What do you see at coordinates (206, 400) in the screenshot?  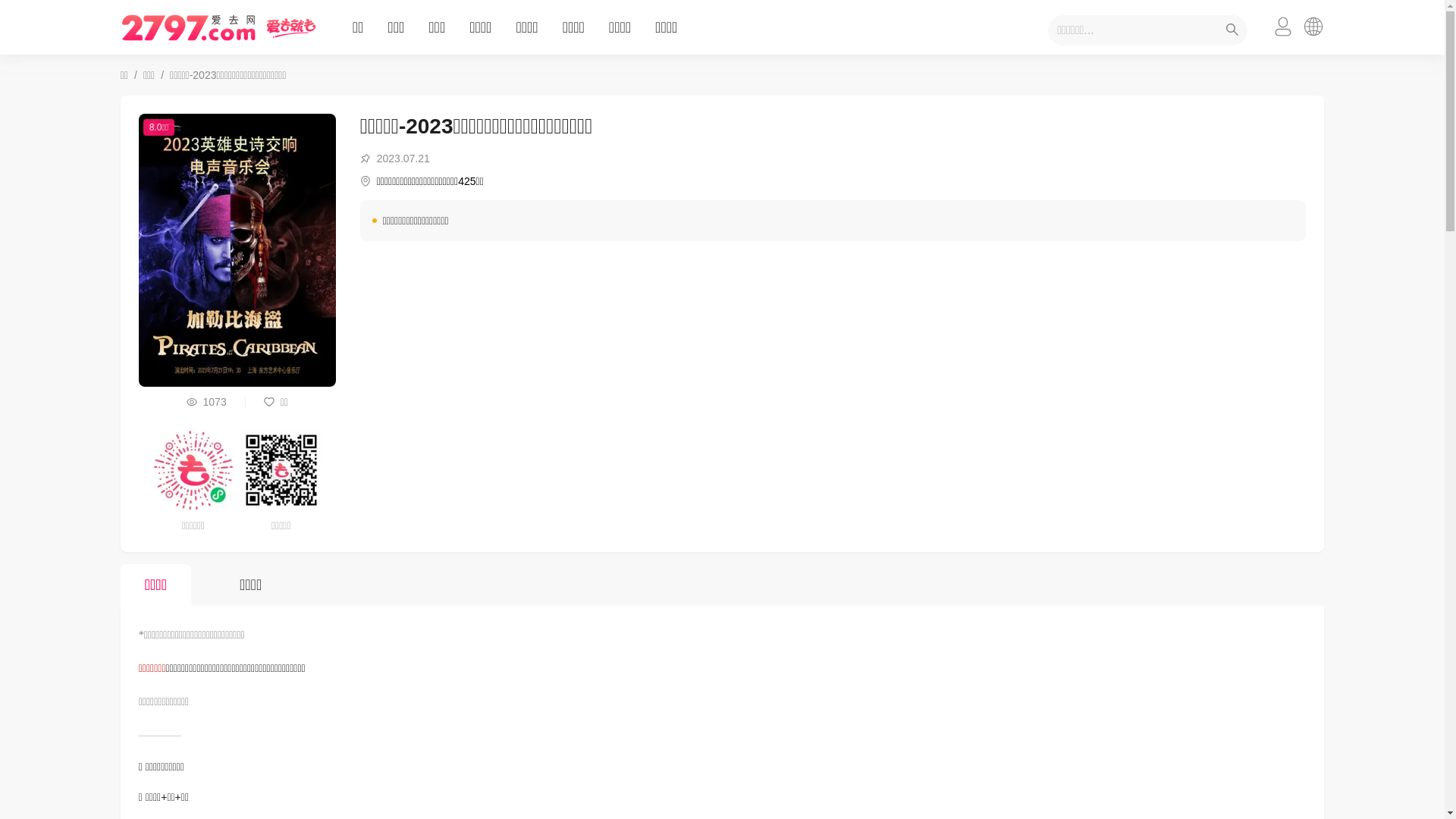 I see `'1073'` at bounding box center [206, 400].